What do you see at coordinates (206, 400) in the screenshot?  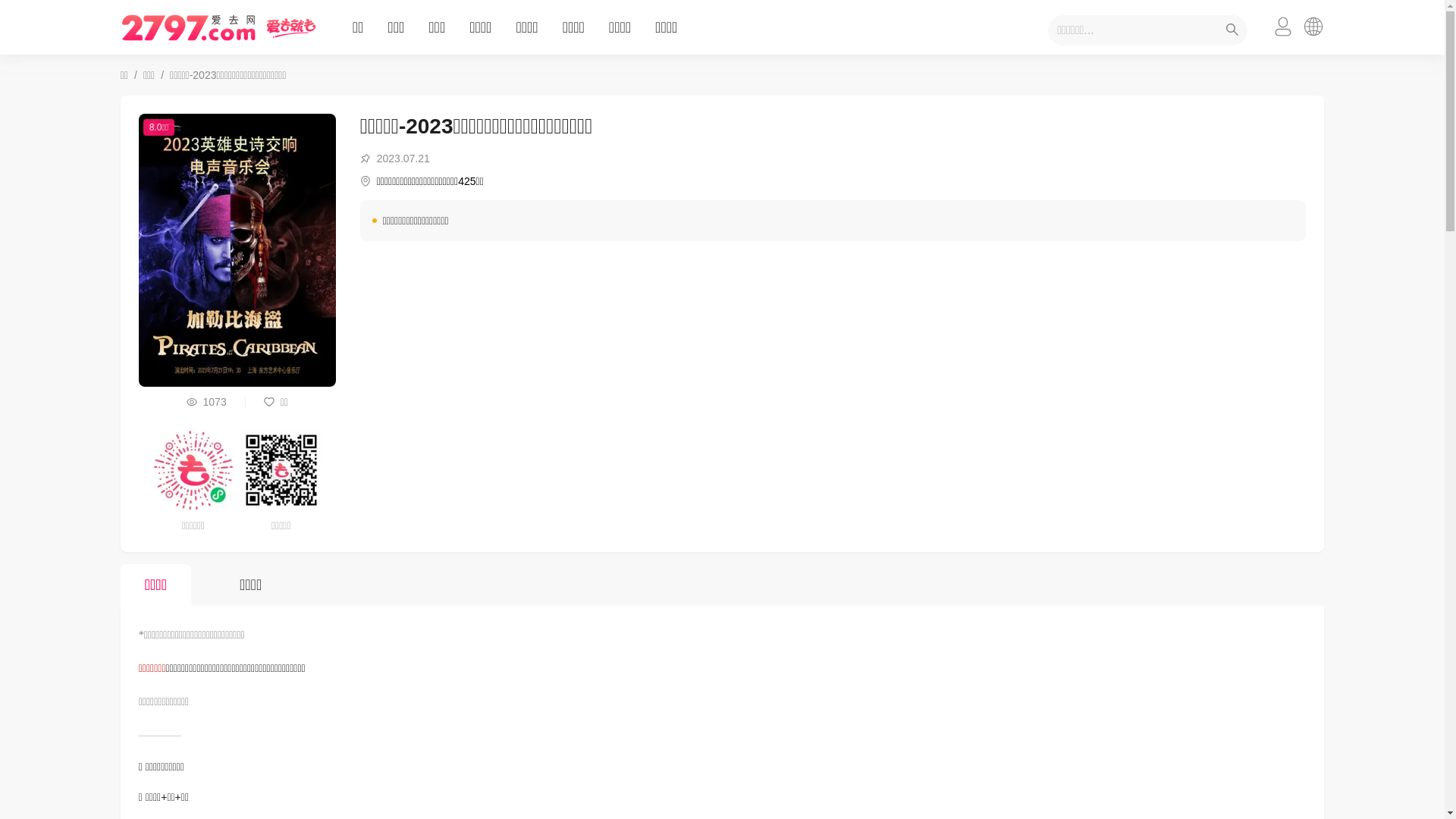 I see `'1073'` at bounding box center [206, 400].